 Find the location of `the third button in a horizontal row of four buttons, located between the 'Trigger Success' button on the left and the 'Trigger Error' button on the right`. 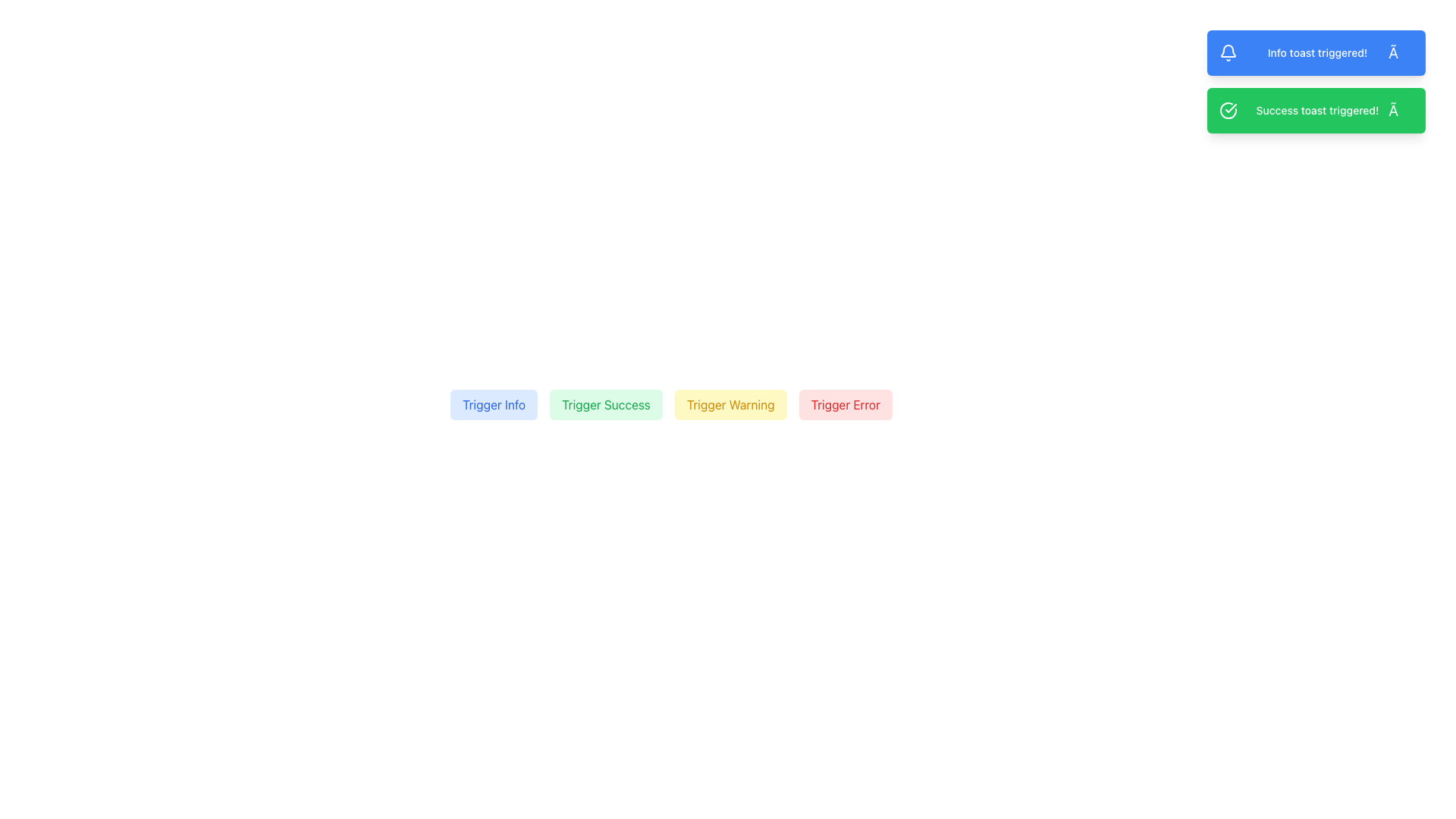

the third button in a horizontal row of four buttons, located between the 'Trigger Success' button on the left and the 'Trigger Error' button on the right is located at coordinates (730, 403).